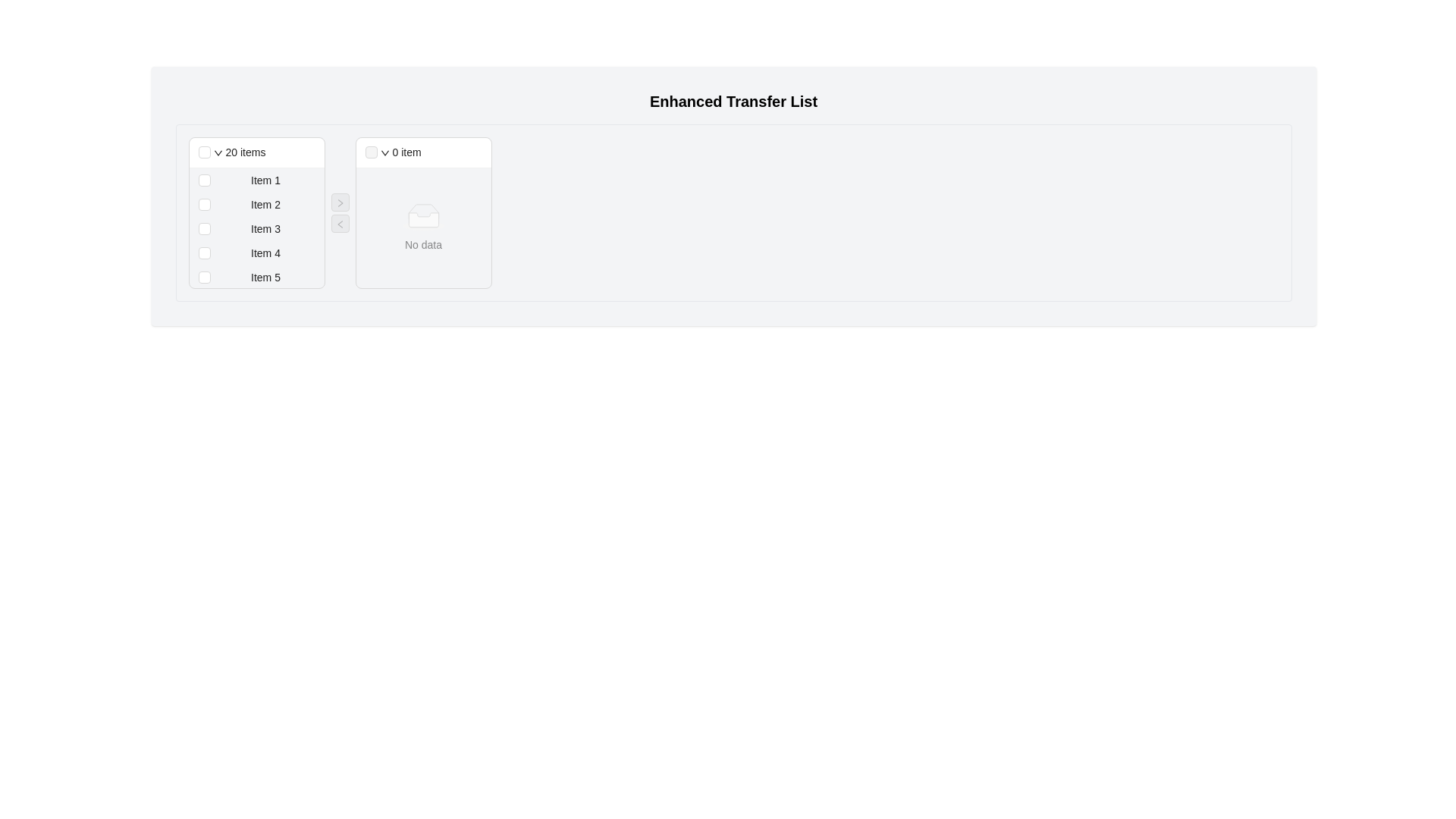  Describe the element at coordinates (265, 278) in the screenshot. I see `the text label identifying the fifth item in the list under the section titled '20 items'` at that location.